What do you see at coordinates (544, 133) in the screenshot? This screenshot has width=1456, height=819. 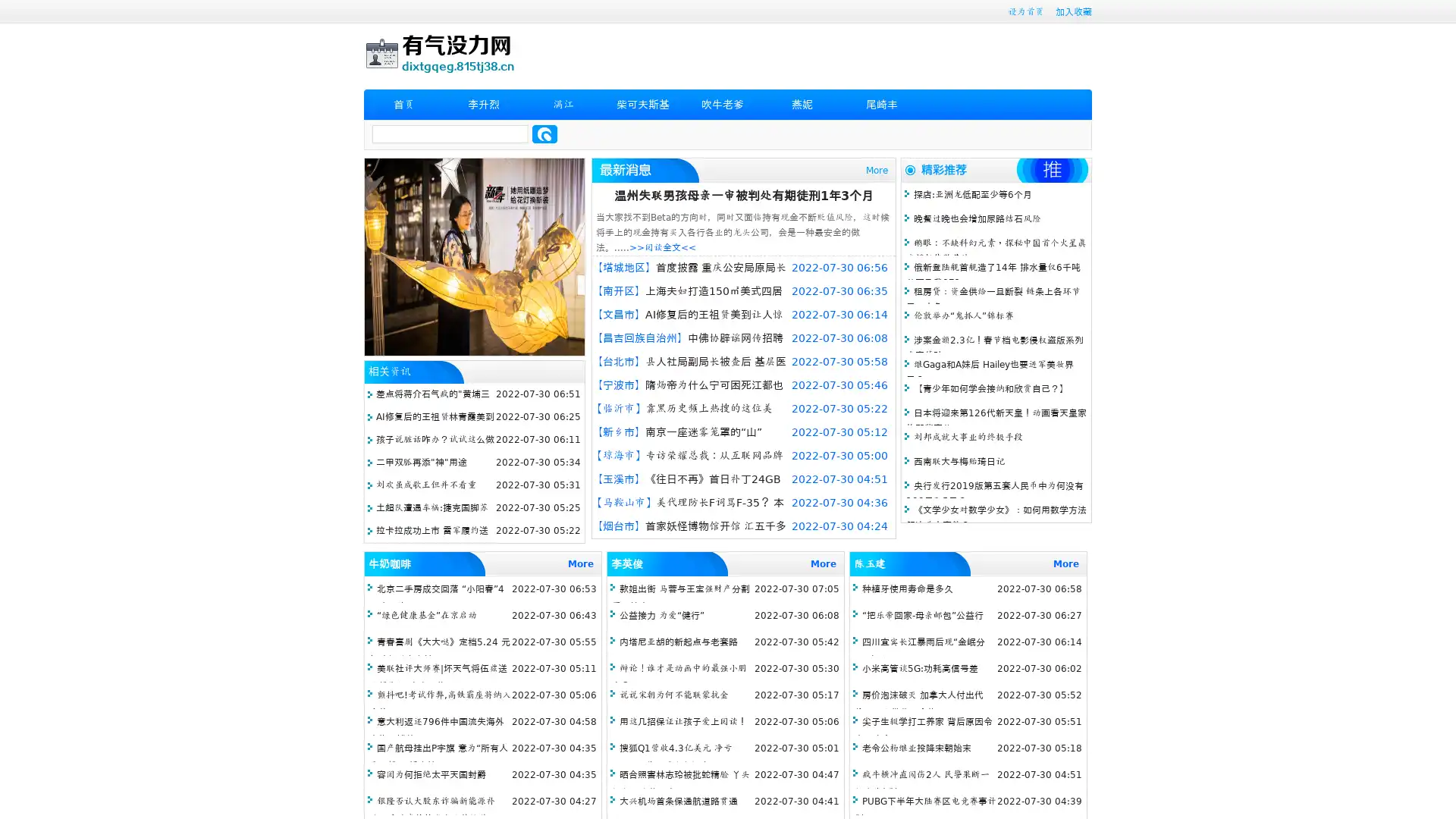 I see `Search` at bounding box center [544, 133].